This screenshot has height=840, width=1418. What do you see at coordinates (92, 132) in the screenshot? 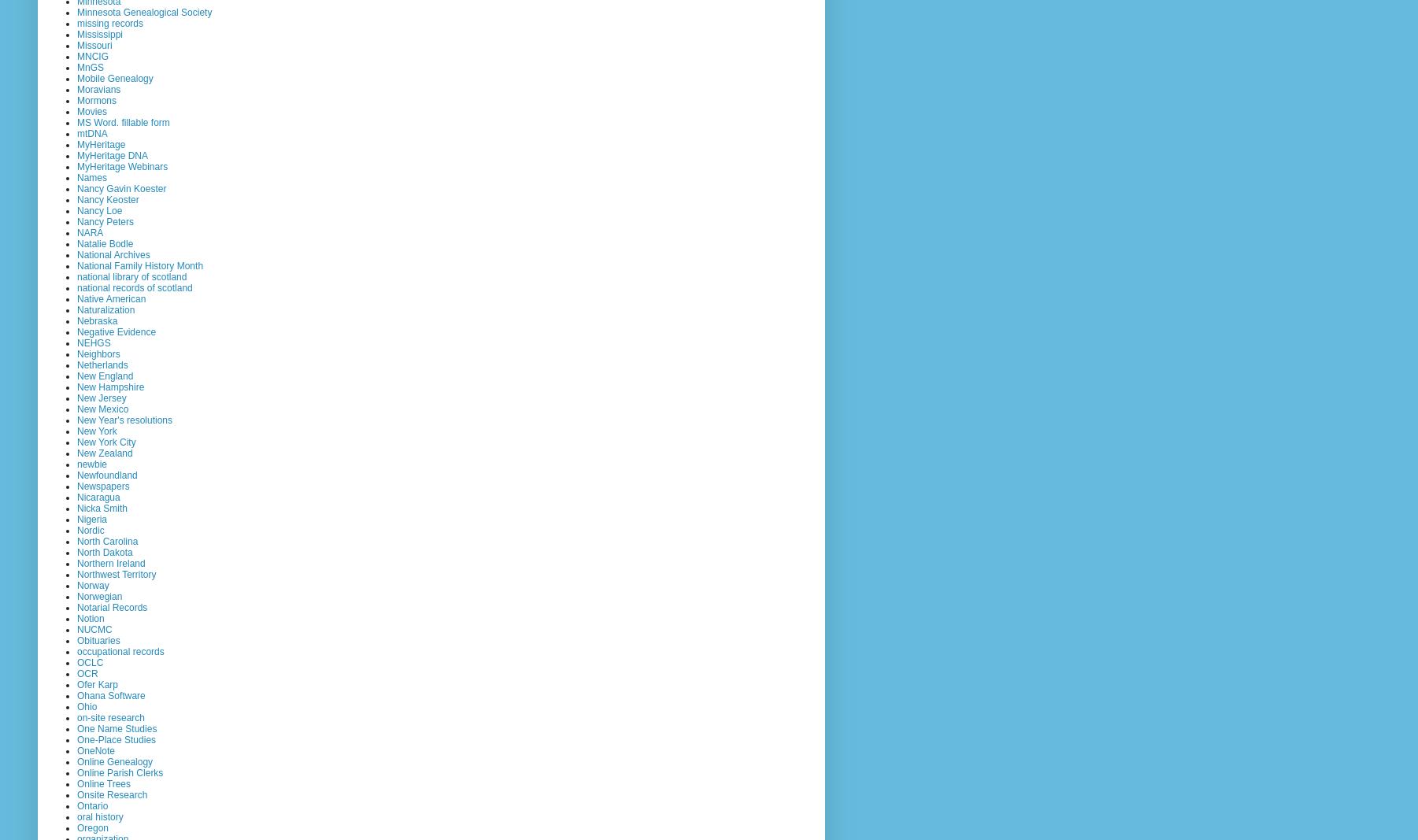
I see `'mtDNA'` at bounding box center [92, 132].